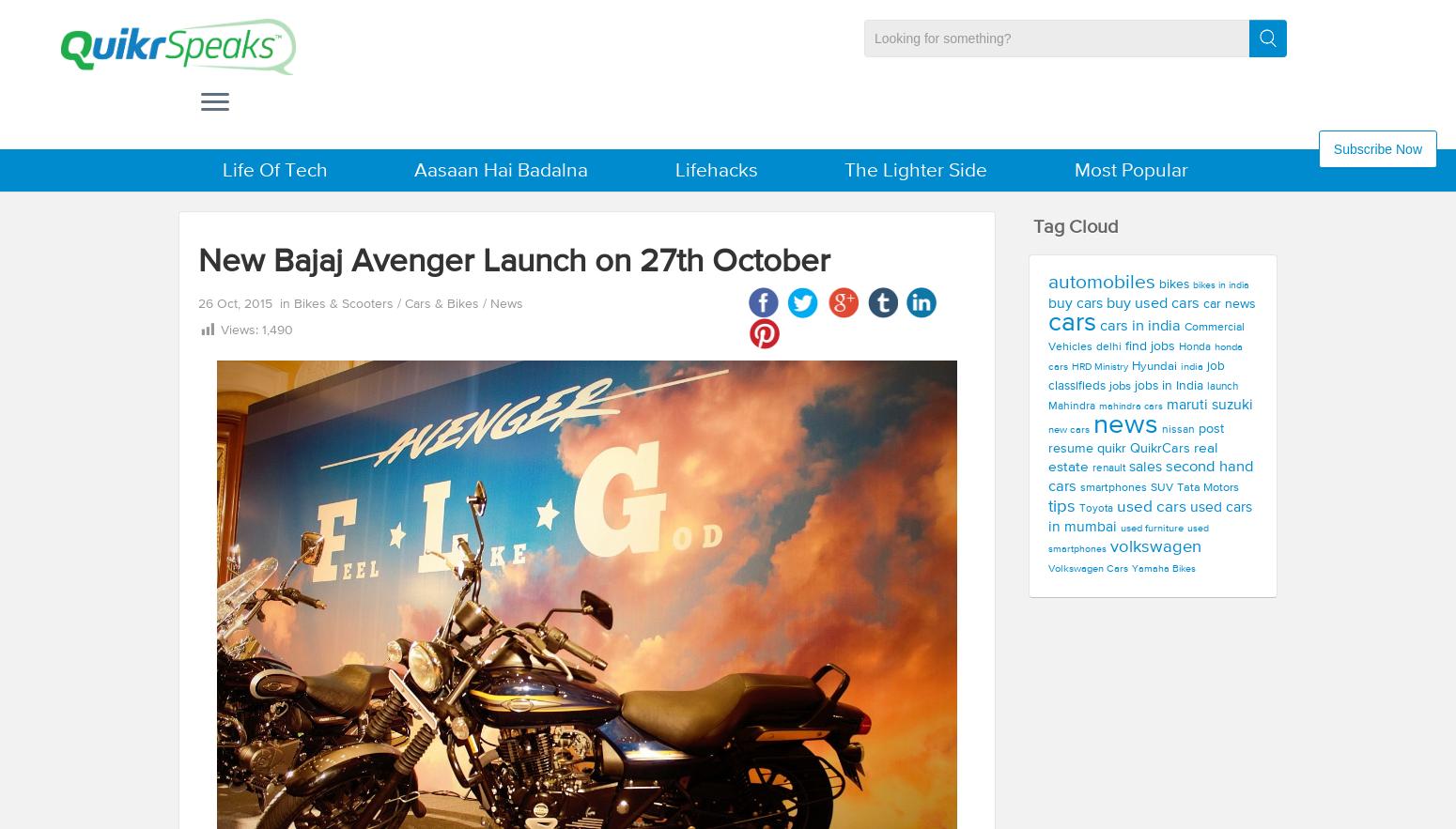 This screenshot has width=1456, height=829. I want to click on 'New Bajaj Avenger Launch on 27th October', so click(196, 262).